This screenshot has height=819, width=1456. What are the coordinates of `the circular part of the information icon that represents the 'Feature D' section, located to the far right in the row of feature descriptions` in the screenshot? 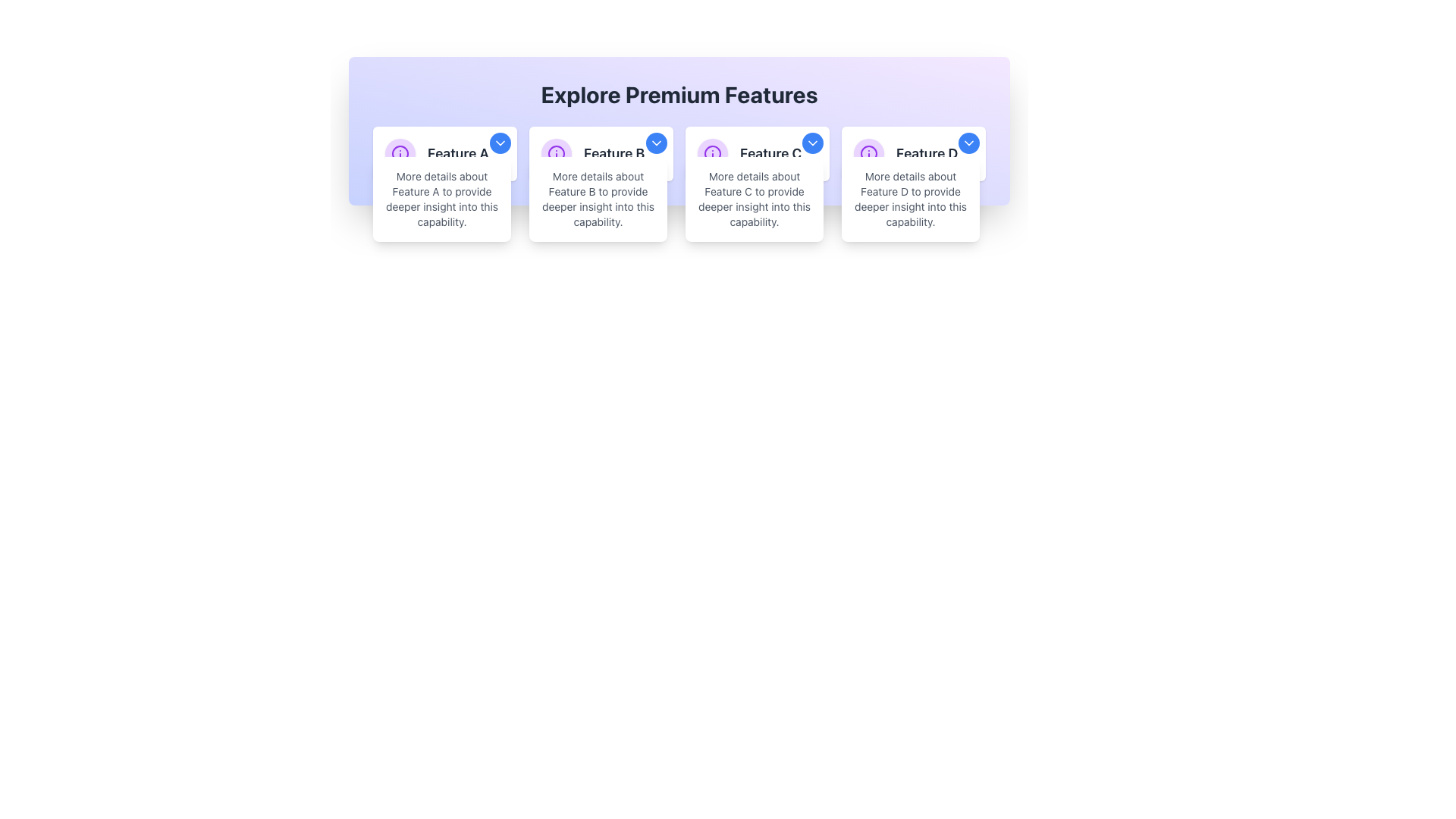 It's located at (869, 154).